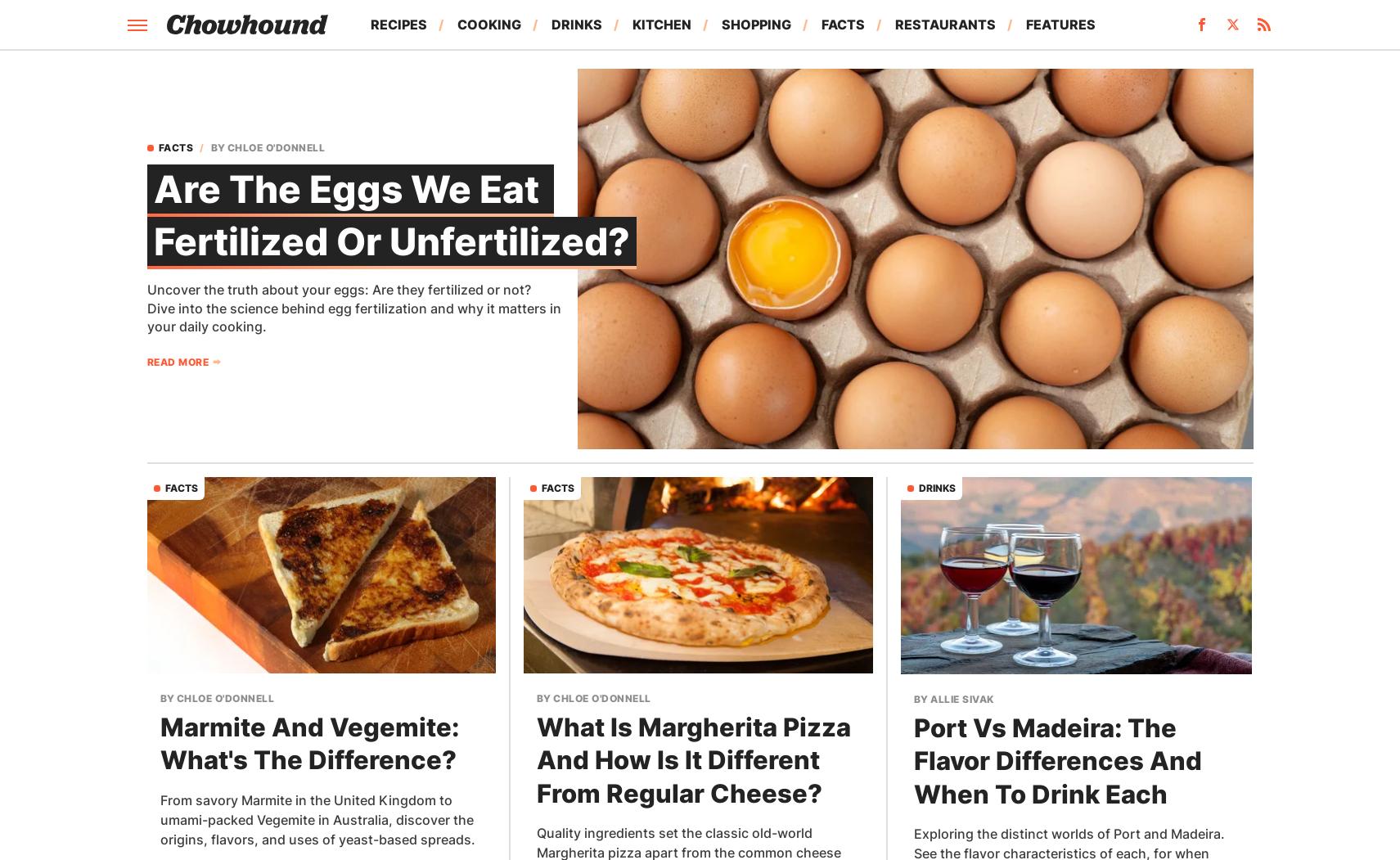 This screenshot has width=1400, height=860. I want to click on 'Marmite And Vegemite: What's The Difference?', so click(308, 743).